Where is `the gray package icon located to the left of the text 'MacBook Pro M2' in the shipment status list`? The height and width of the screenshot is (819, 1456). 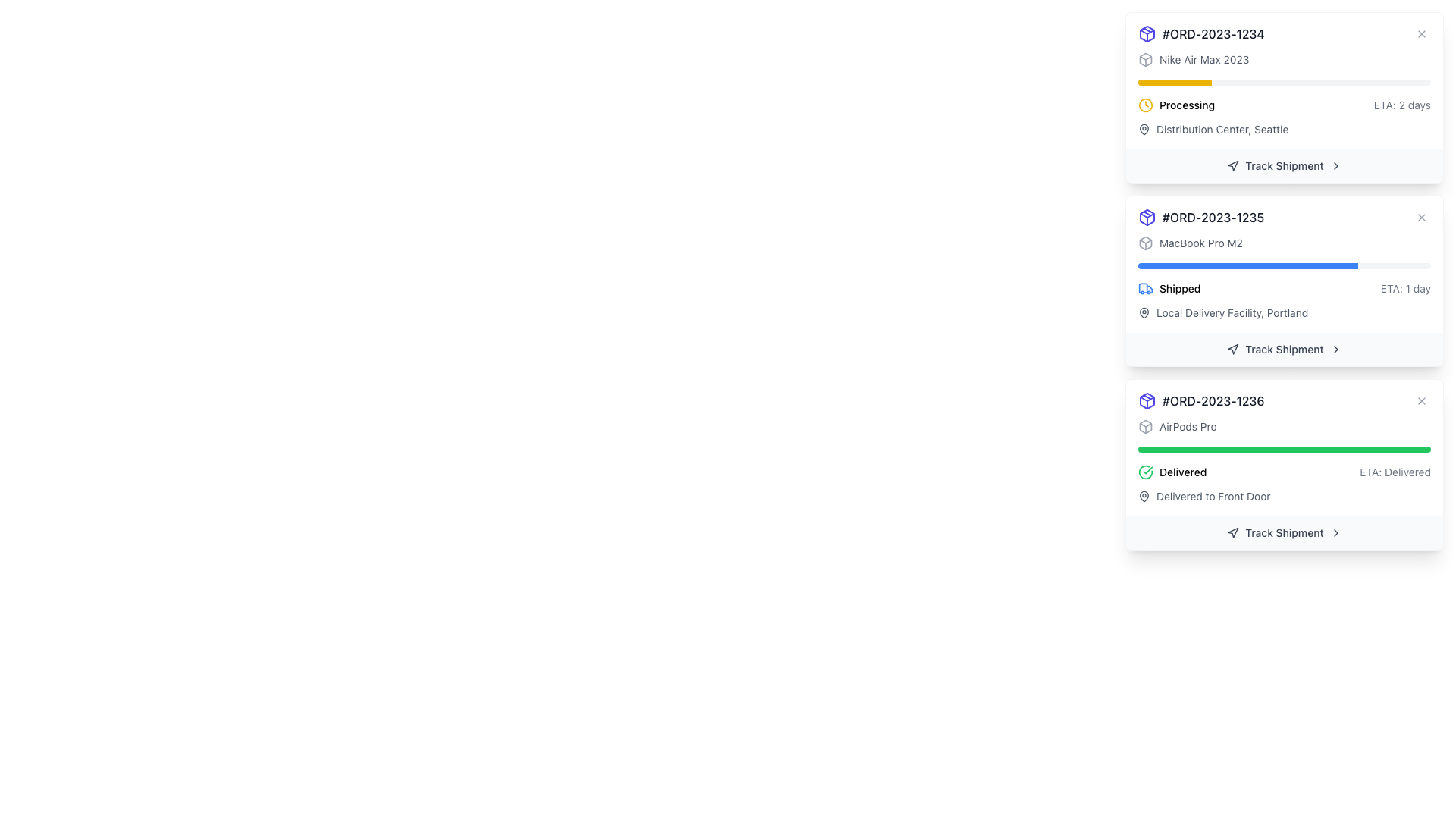 the gray package icon located to the left of the text 'MacBook Pro M2' in the shipment status list is located at coordinates (1146, 242).